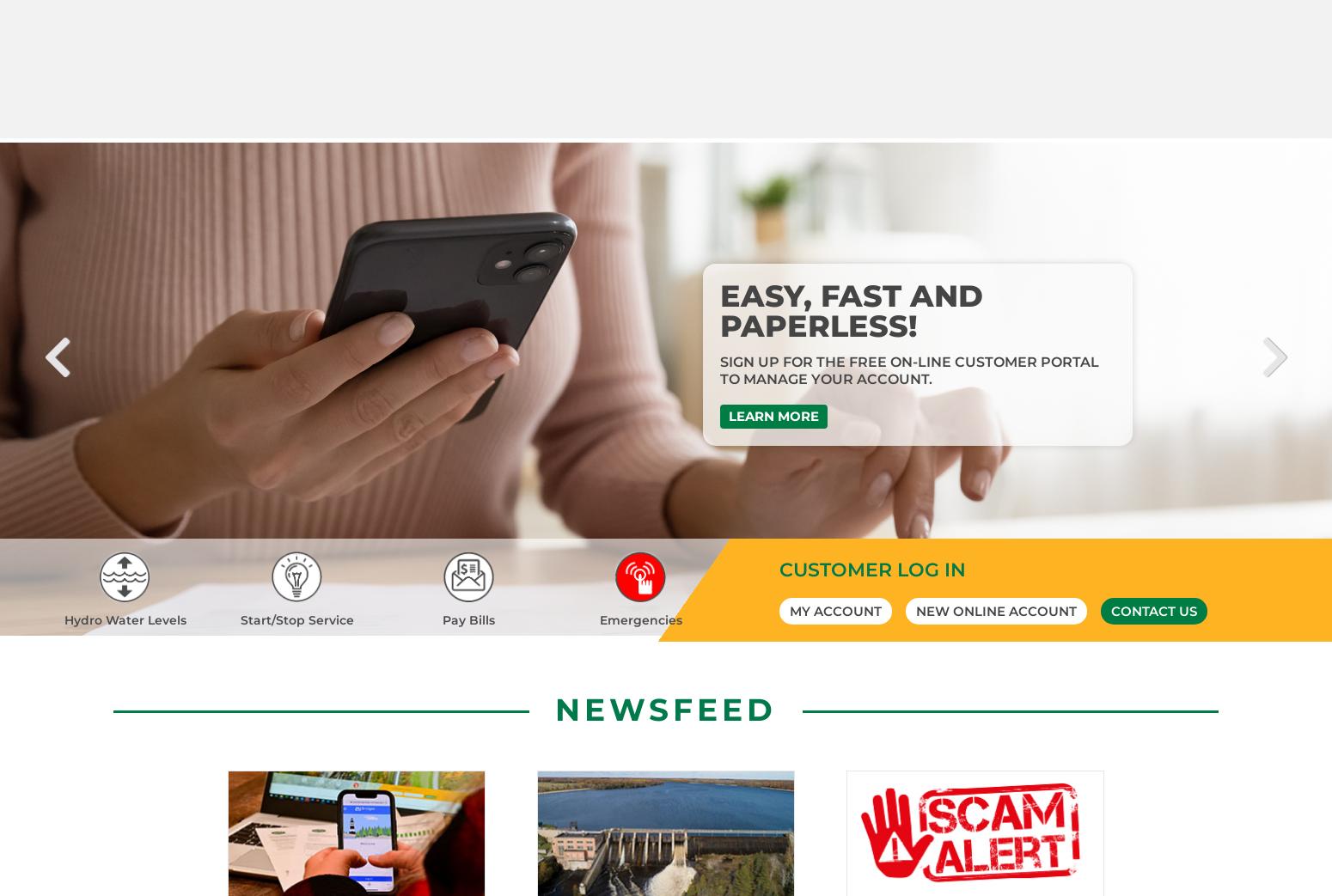 The height and width of the screenshot is (896, 1332). What do you see at coordinates (919, 107) in the screenshot?
I see `'Choosing Renewable Energy'` at bounding box center [919, 107].